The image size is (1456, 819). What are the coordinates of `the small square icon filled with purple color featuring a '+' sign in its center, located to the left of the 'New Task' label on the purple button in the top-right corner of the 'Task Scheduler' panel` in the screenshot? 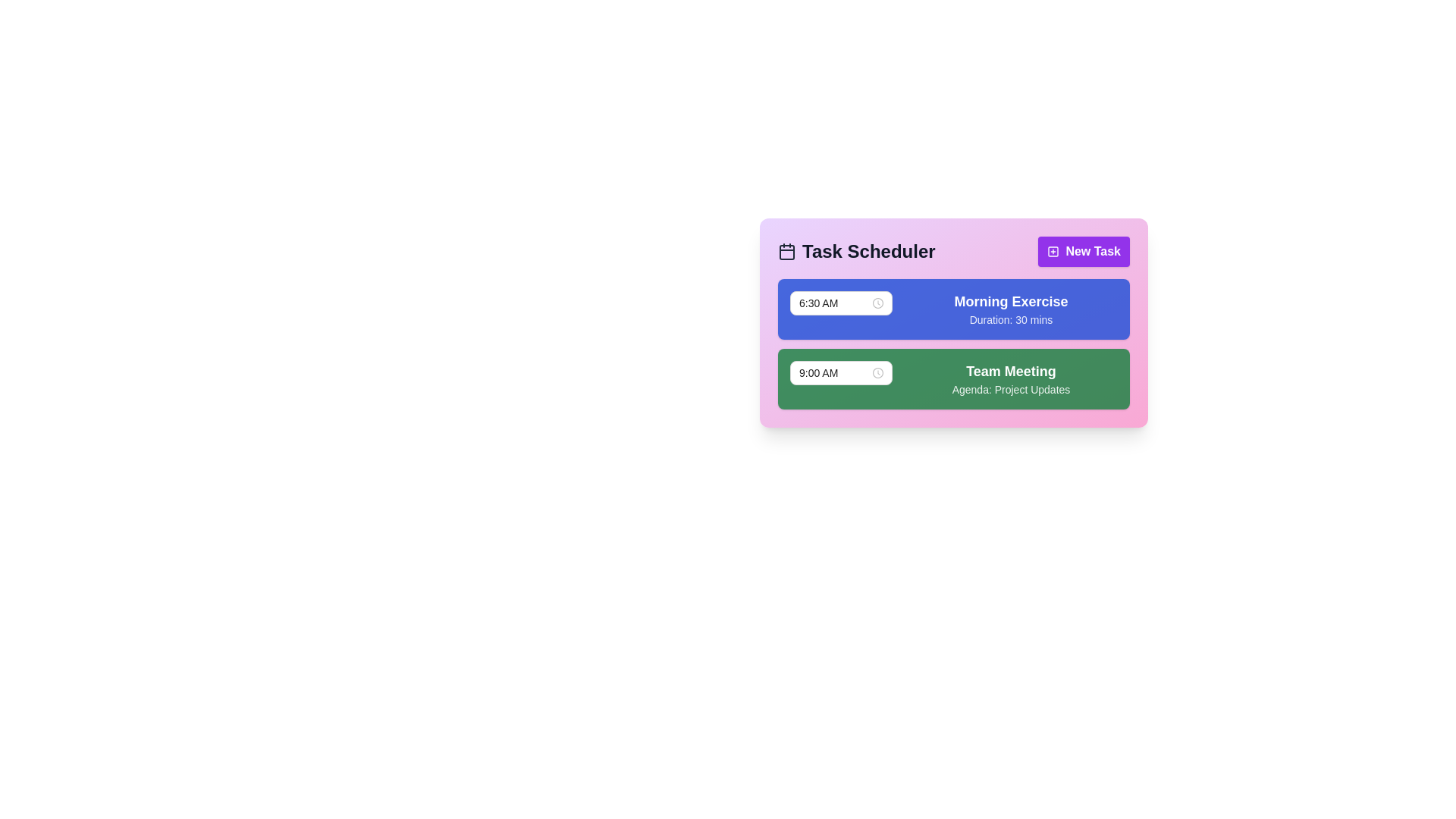 It's located at (1053, 250).